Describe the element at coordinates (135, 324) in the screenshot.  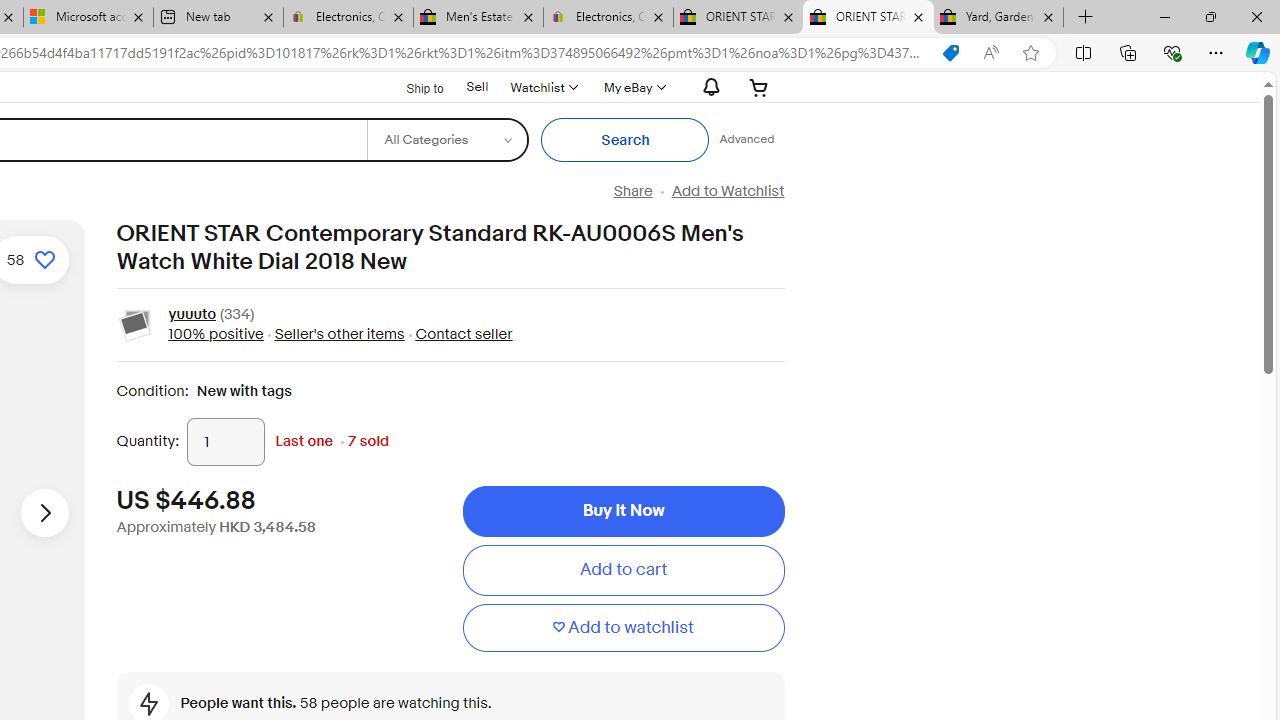
I see `'Class: ux-action'` at that location.